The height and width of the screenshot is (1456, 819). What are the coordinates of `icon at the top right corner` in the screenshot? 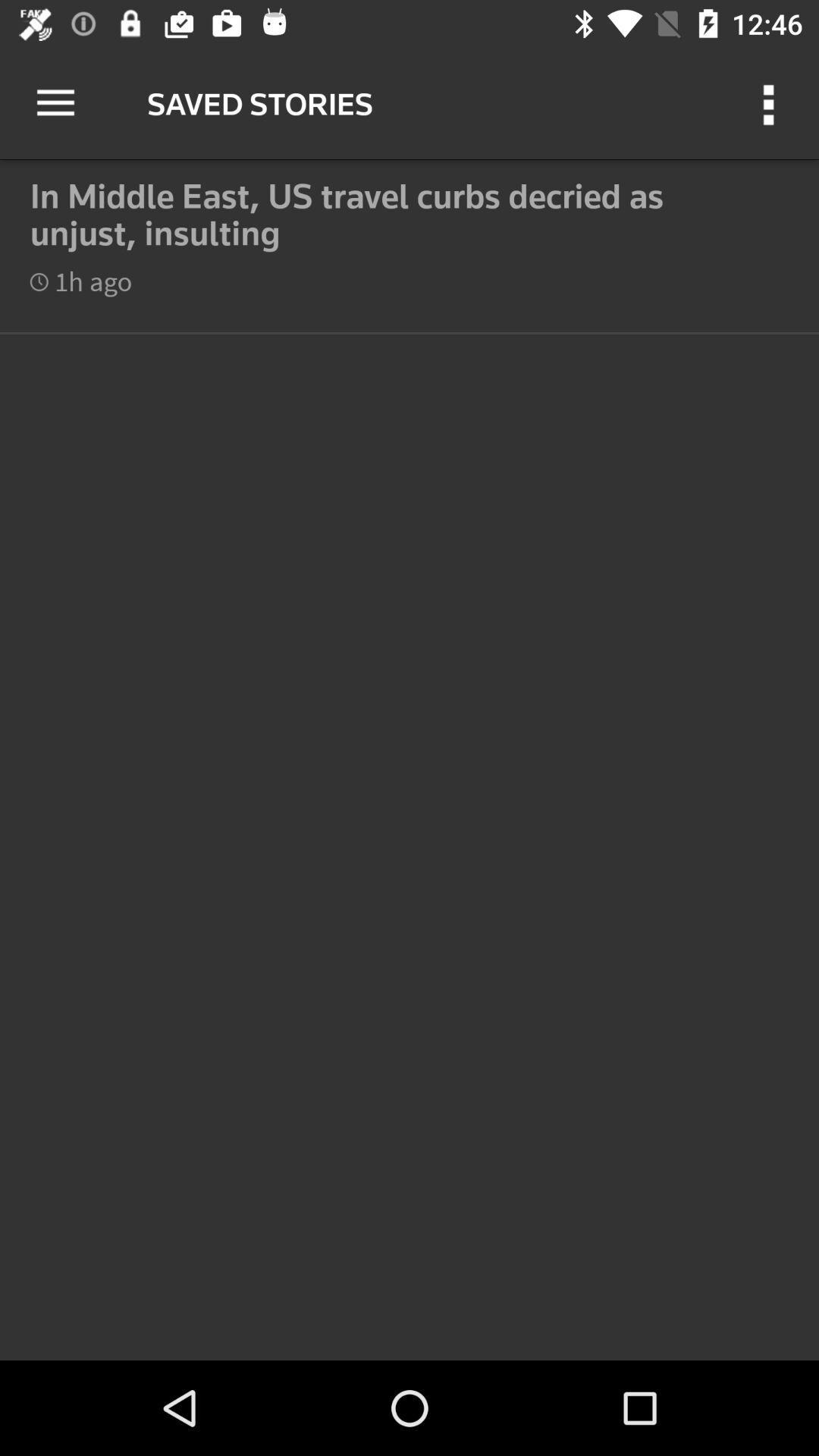 It's located at (771, 102).